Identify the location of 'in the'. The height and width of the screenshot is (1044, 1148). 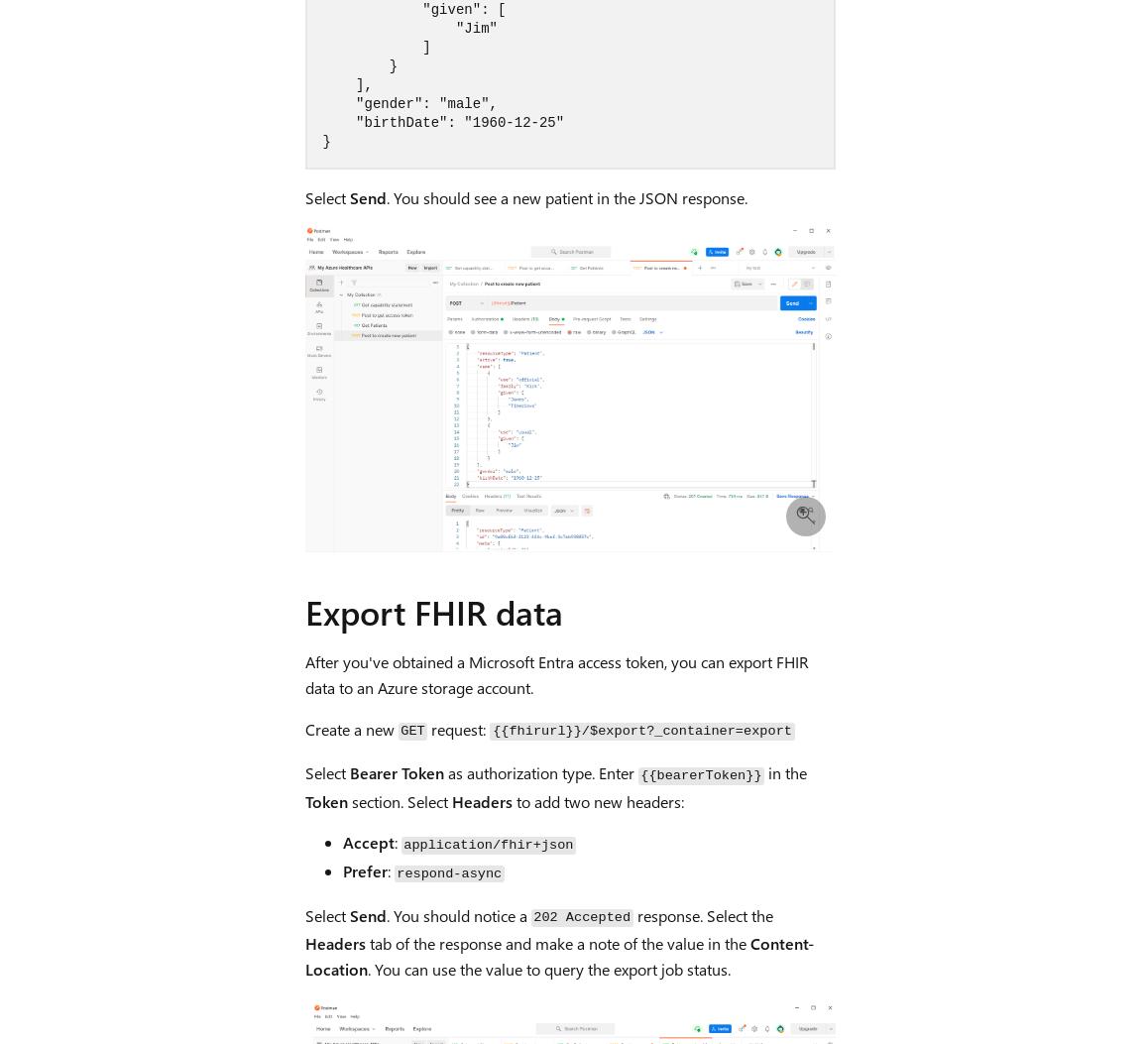
(785, 772).